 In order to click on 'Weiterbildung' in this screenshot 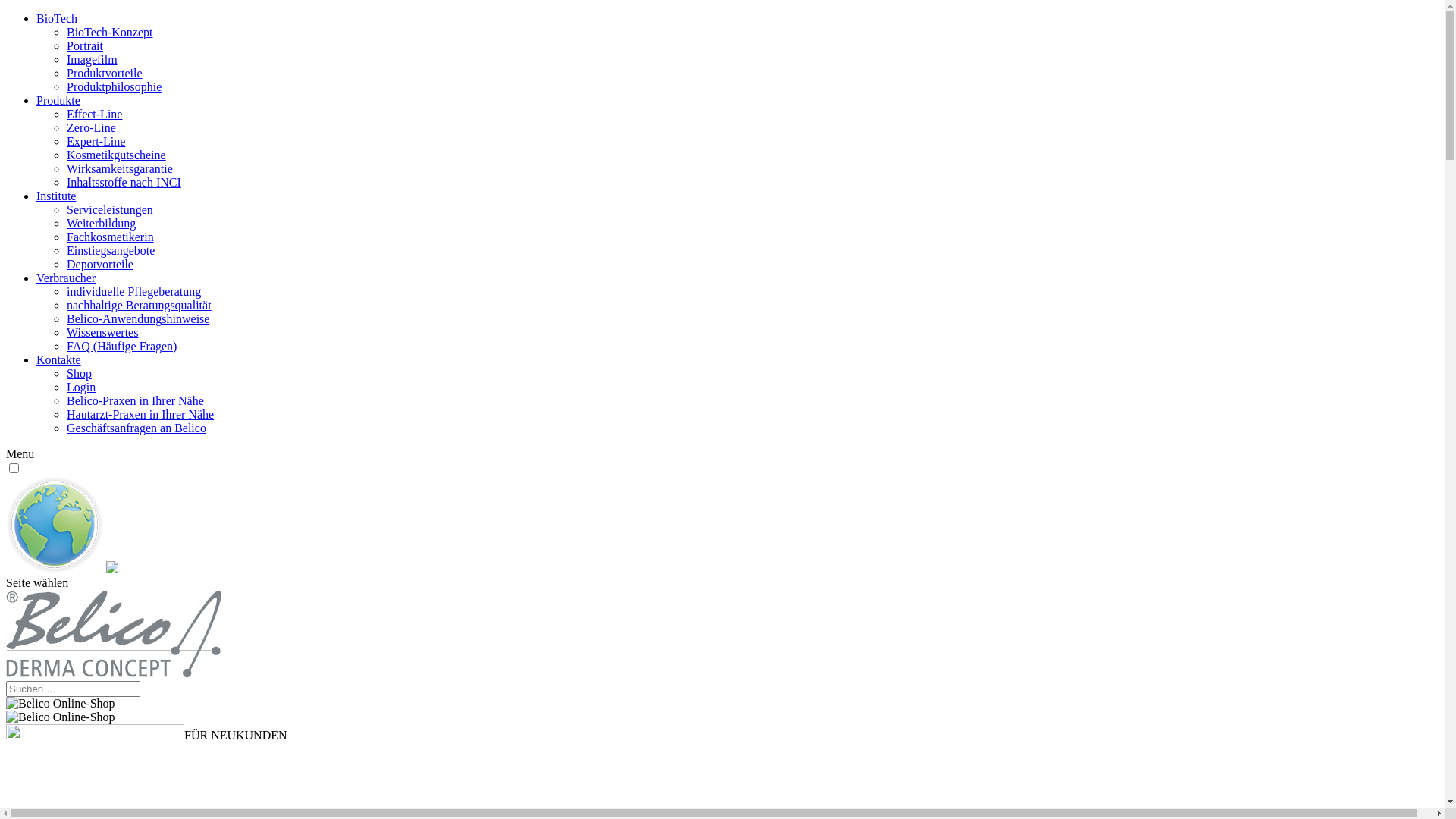, I will do `click(100, 223)`.